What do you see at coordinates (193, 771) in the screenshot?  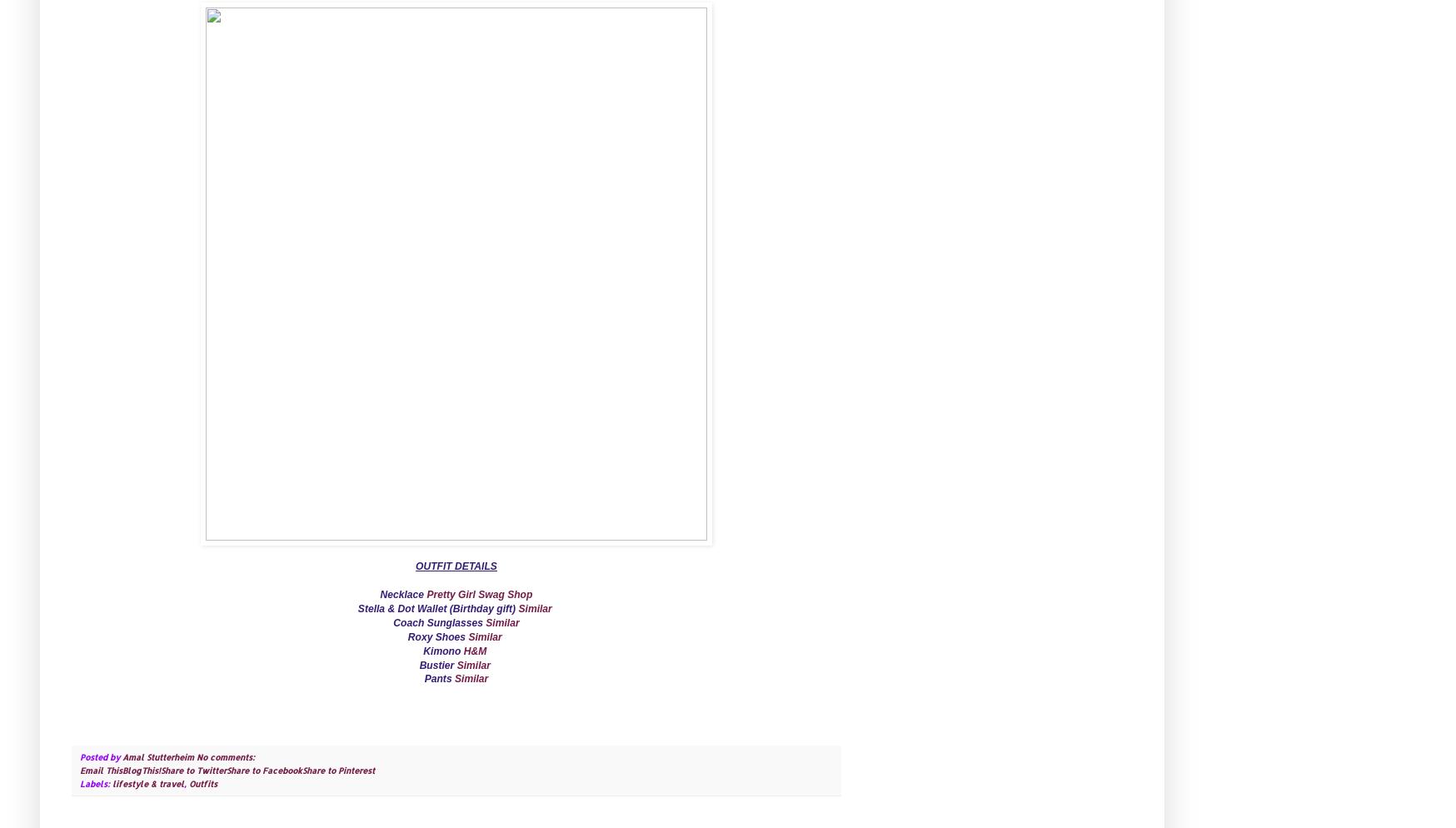 I see `'Share to Twitter'` at bounding box center [193, 771].